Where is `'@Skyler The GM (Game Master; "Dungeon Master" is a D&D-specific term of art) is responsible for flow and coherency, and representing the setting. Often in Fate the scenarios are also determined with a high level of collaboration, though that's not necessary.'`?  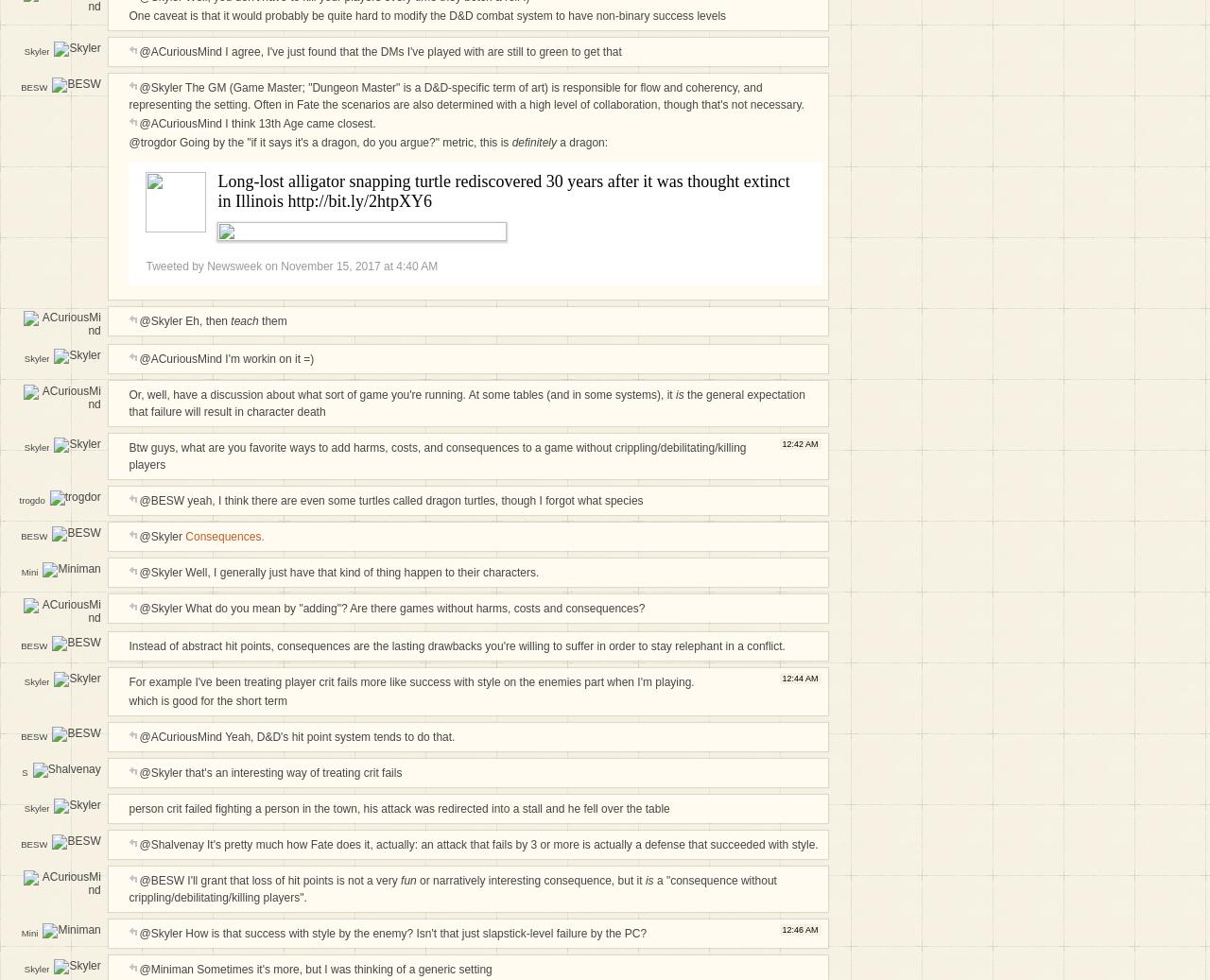 '@Skyler The GM (Game Master; "Dungeon Master" is a D&D-specific term of art) is responsible for flow and coherency, and representing the setting. Often in Fate the scenarios are also determined with a high level of collaboration, though that's not necessary.' is located at coordinates (466, 95).